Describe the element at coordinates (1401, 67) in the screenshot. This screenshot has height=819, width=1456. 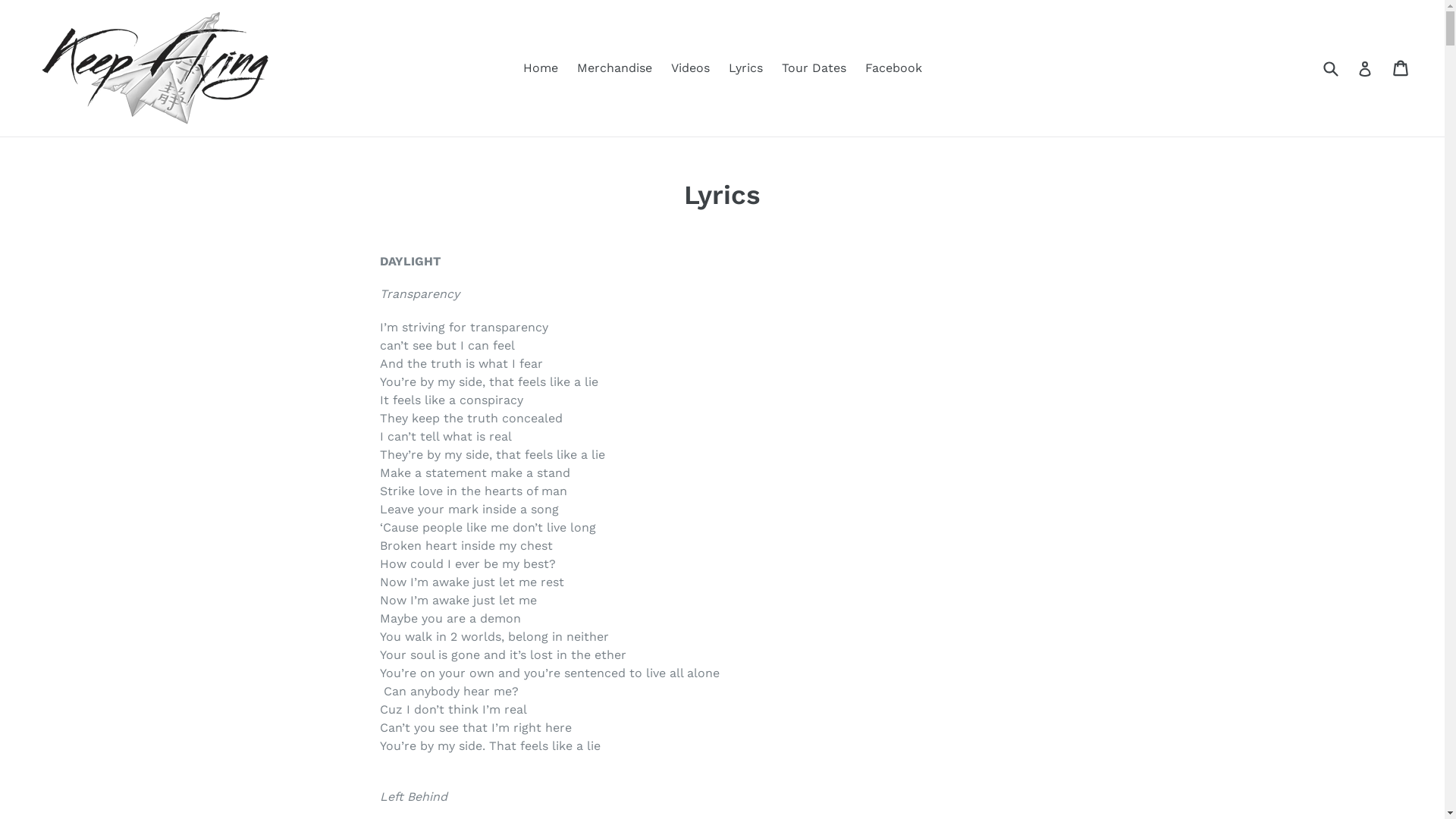
I see `'Cart` at that location.